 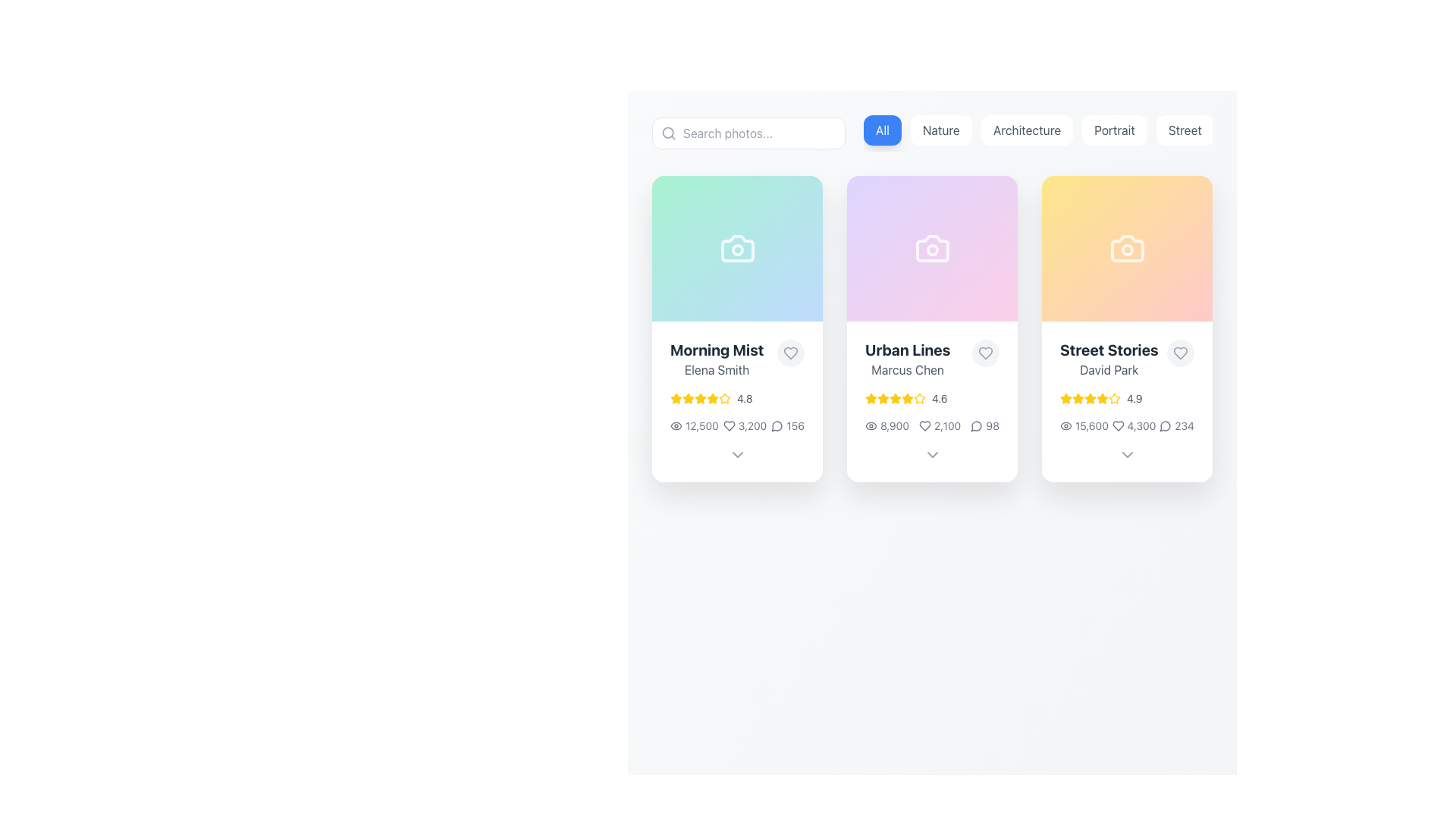 What do you see at coordinates (882, 130) in the screenshot?
I see `the blue button labeled 'All'` at bounding box center [882, 130].